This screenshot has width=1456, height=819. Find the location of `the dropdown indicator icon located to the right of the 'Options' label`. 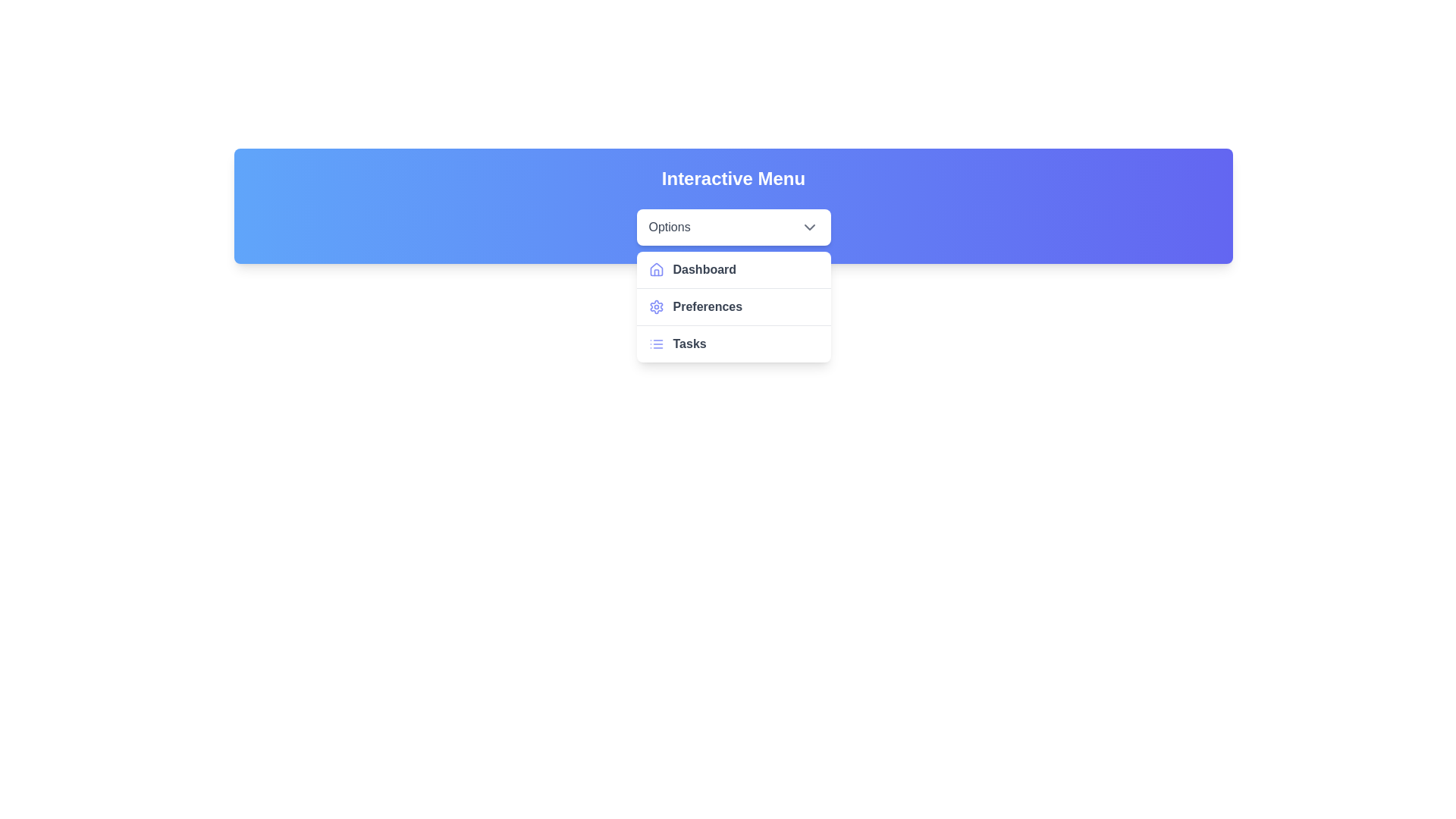

the dropdown indicator icon located to the right of the 'Options' label is located at coordinates (808, 227).